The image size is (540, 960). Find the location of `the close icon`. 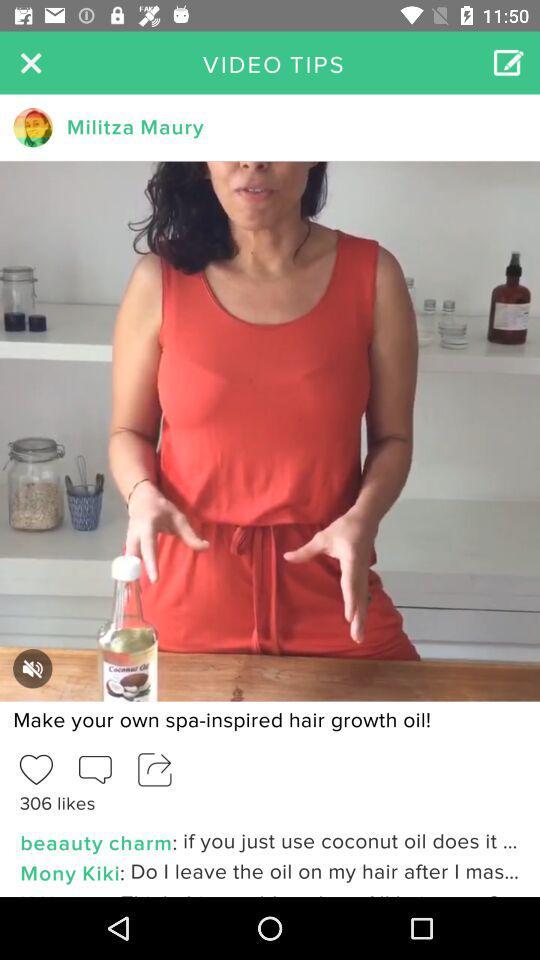

the close icon is located at coordinates (30, 62).